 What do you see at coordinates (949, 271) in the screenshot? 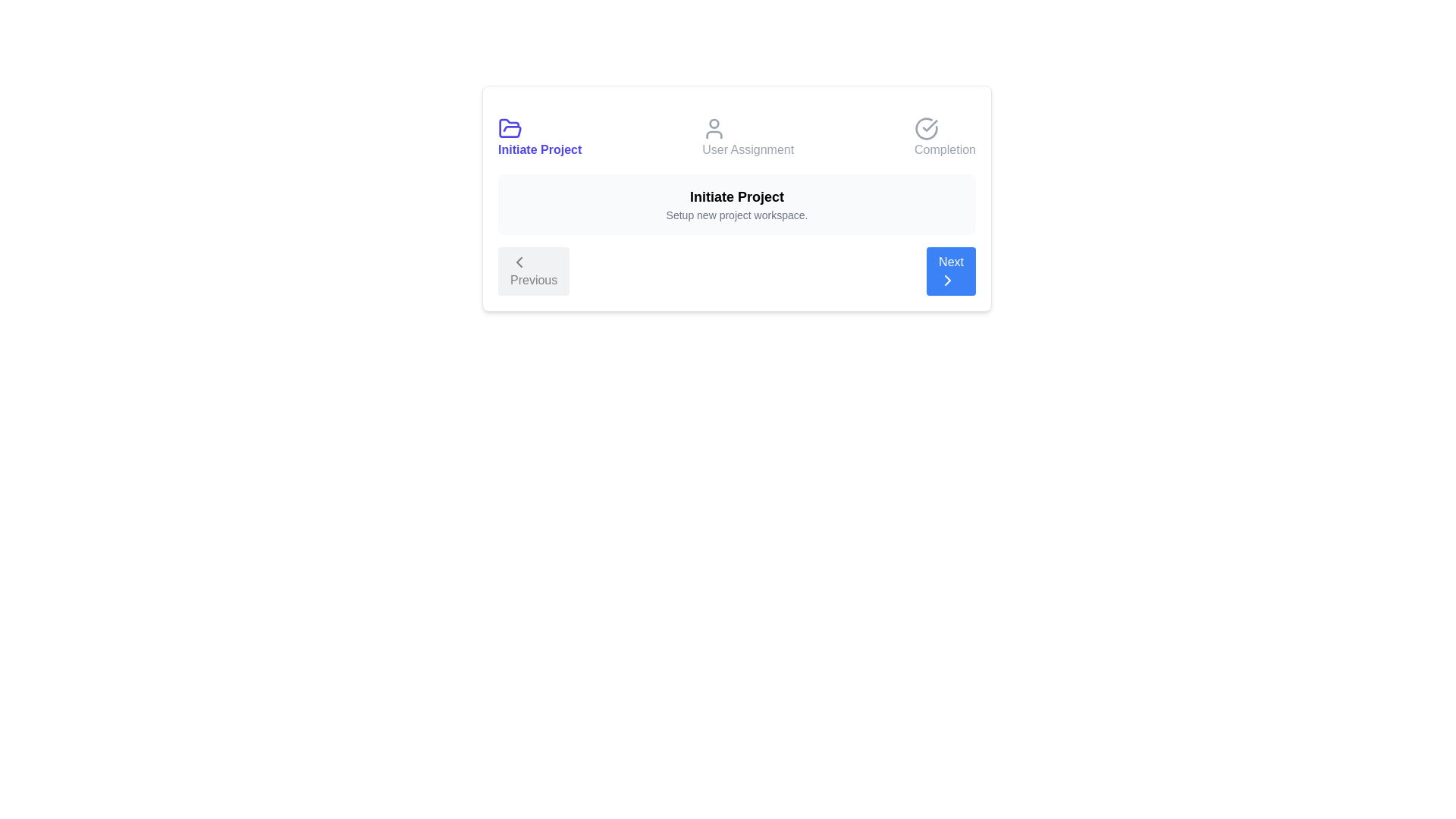
I see `'Next' button to navigate to the next stage` at bounding box center [949, 271].